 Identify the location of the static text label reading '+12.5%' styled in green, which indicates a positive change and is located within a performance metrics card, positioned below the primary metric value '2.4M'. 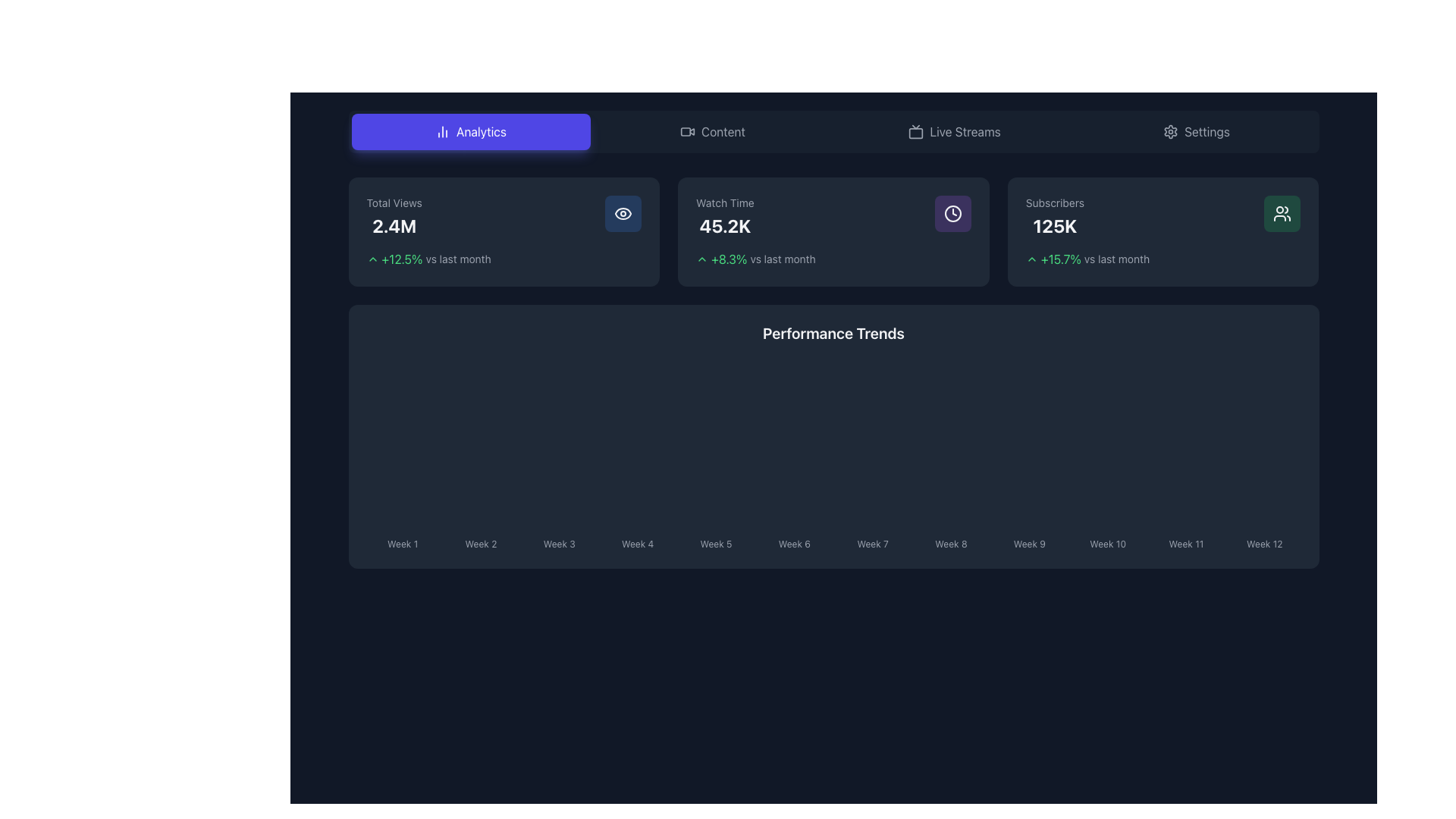
(402, 259).